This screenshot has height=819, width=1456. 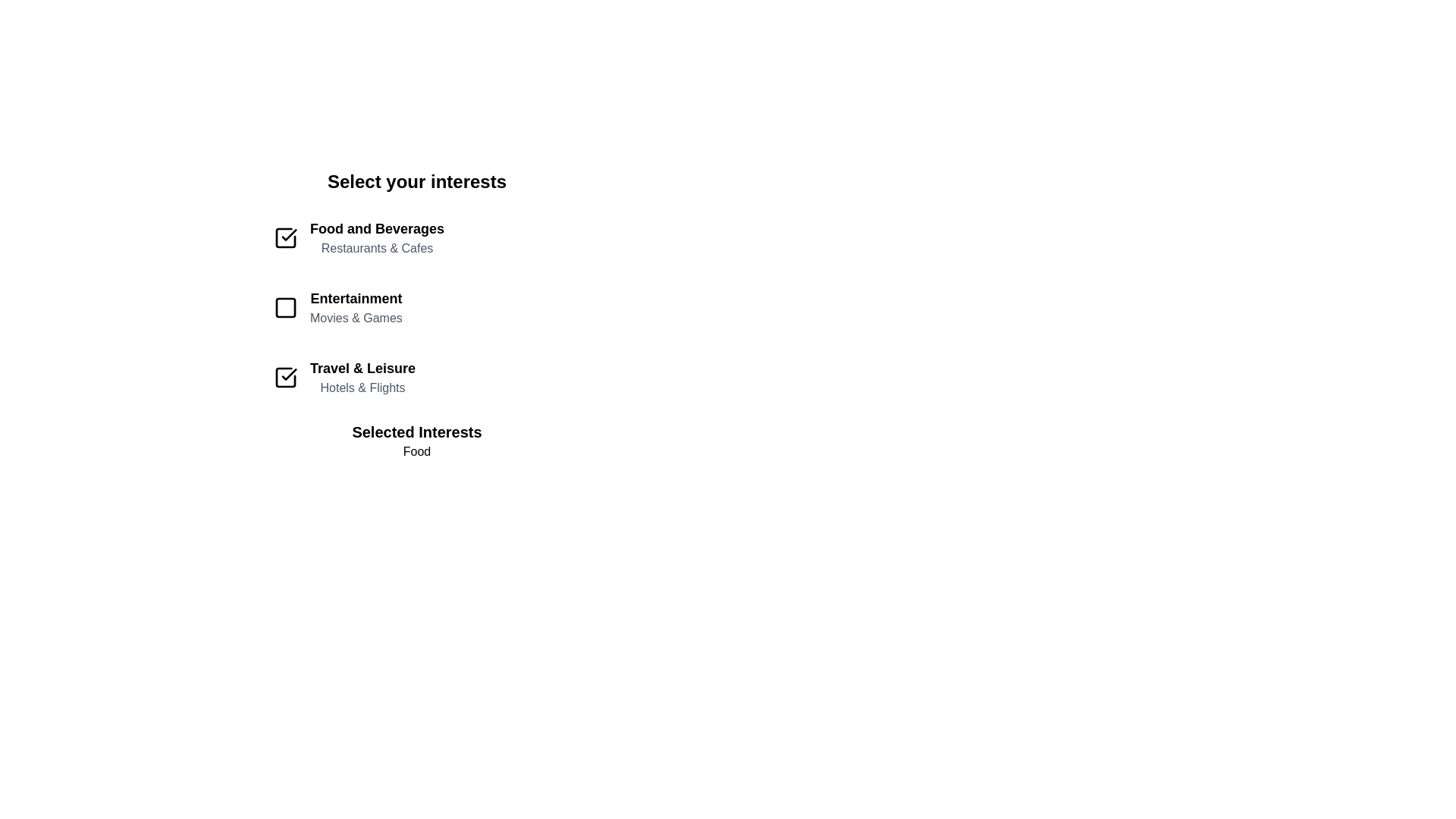 I want to click on the item Food, so click(x=417, y=237).